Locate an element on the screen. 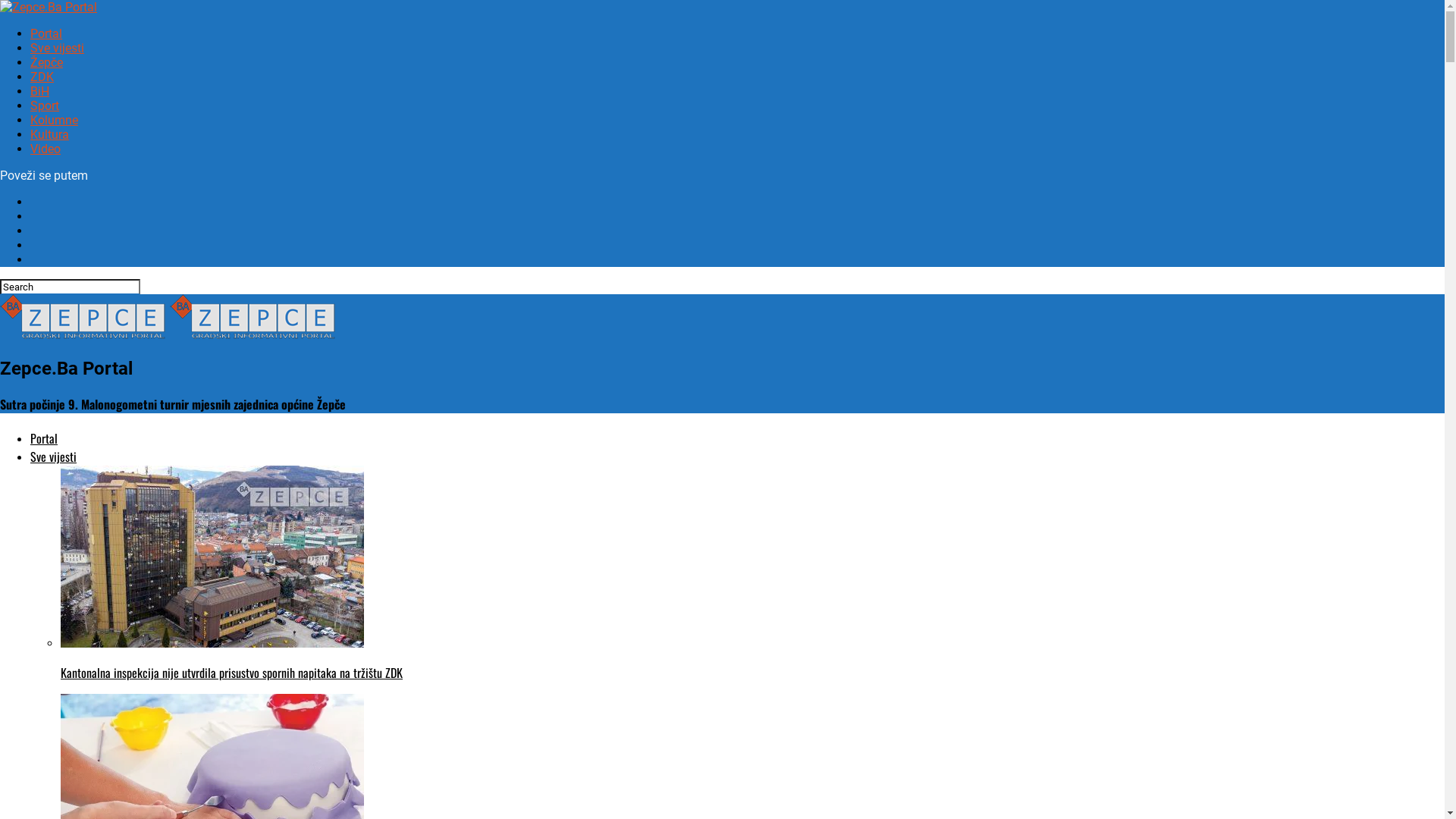  'Portal' is located at coordinates (43, 438).